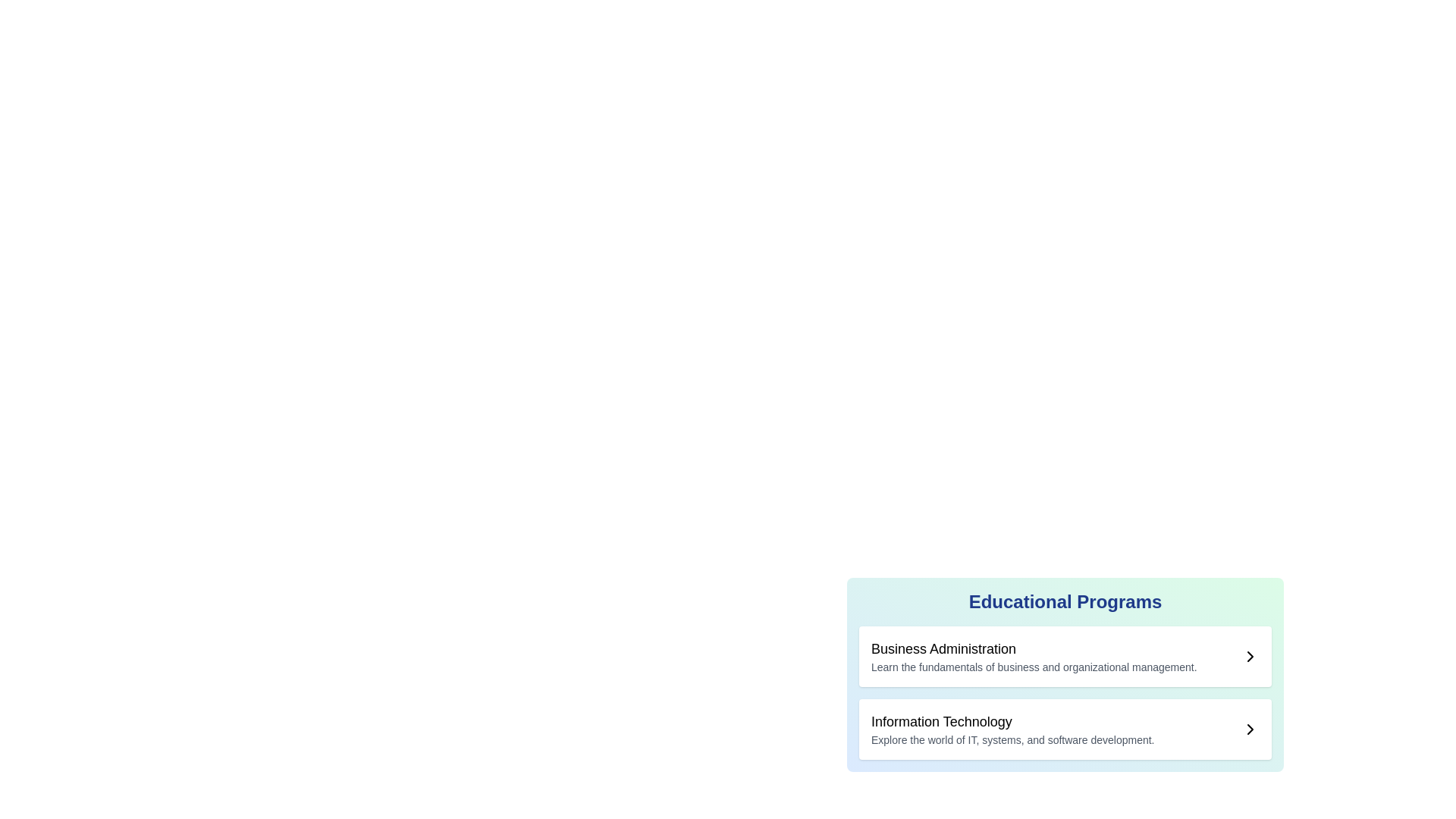 Image resolution: width=1456 pixels, height=819 pixels. What do you see at coordinates (1065, 728) in the screenshot?
I see `the second navigation link under the 'Educational Programs' heading` at bounding box center [1065, 728].